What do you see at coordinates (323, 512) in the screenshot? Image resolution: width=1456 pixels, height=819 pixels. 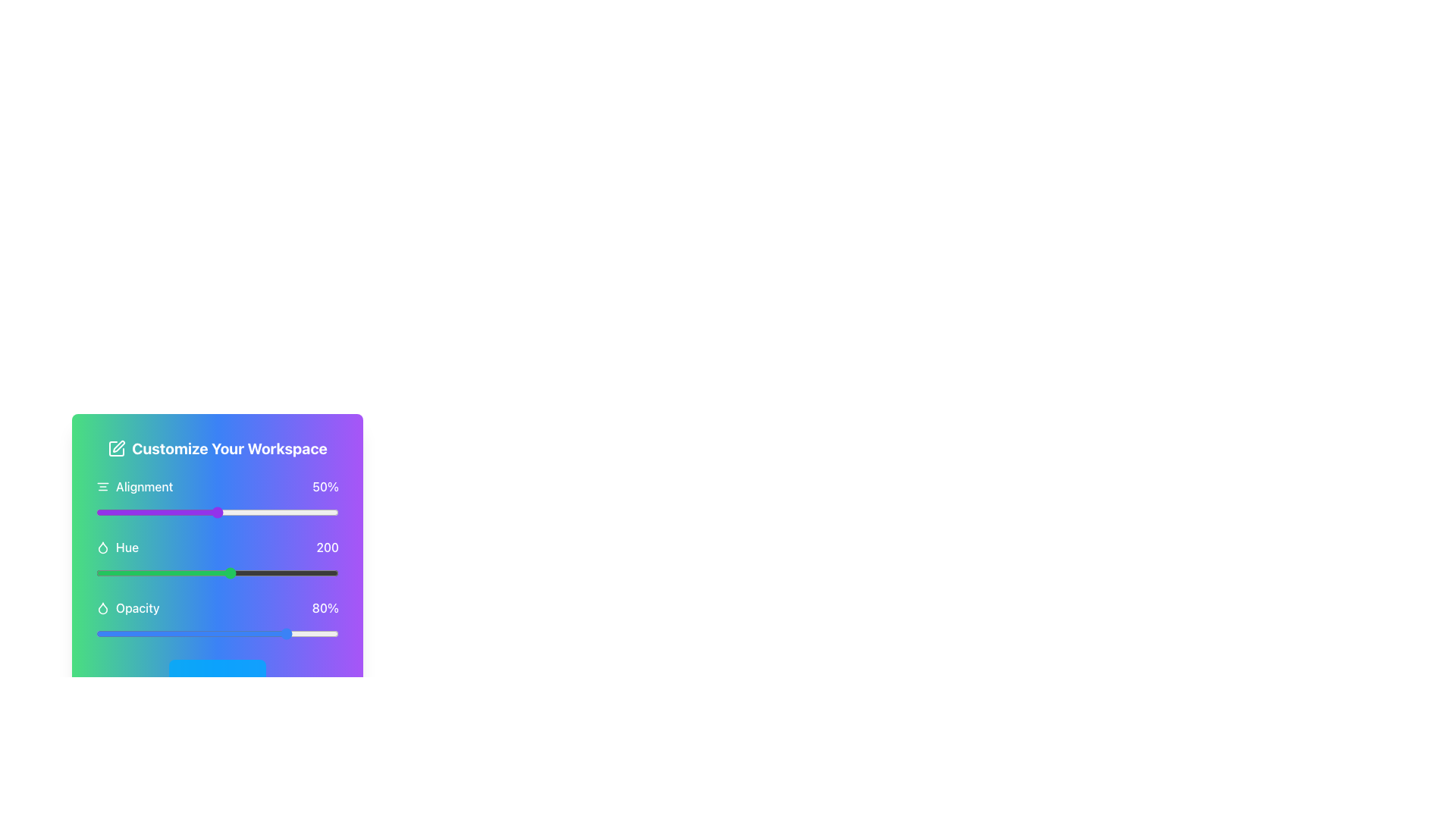 I see `the alignment percentage` at bounding box center [323, 512].